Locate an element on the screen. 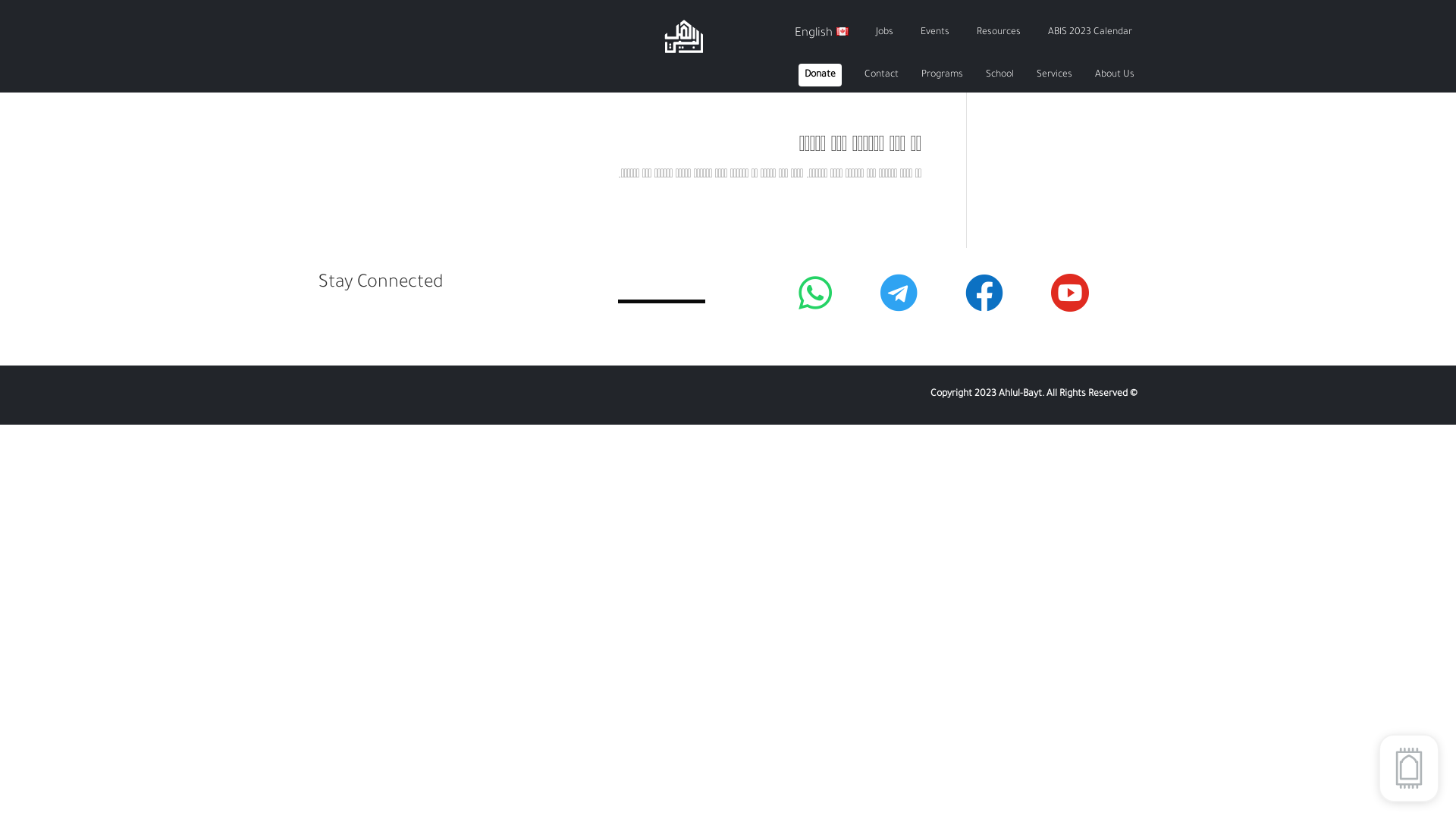 This screenshot has width=1456, height=819. 'About Us' is located at coordinates (1114, 75).